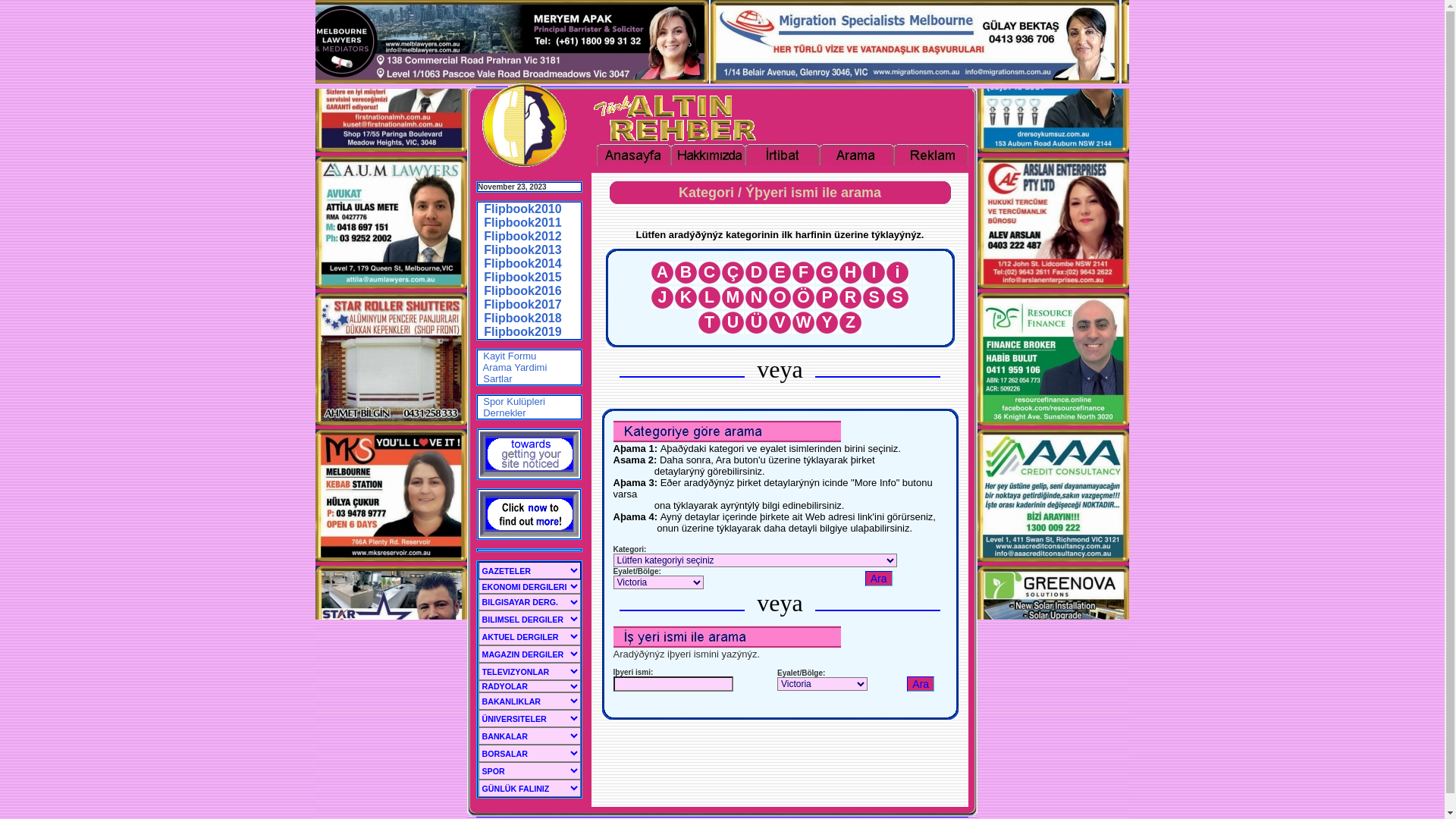 The height and width of the screenshot is (819, 1456). What do you see at coordinates (756, 275) in the screenshot?
I see `'D'` at bounding box center [756, 275].